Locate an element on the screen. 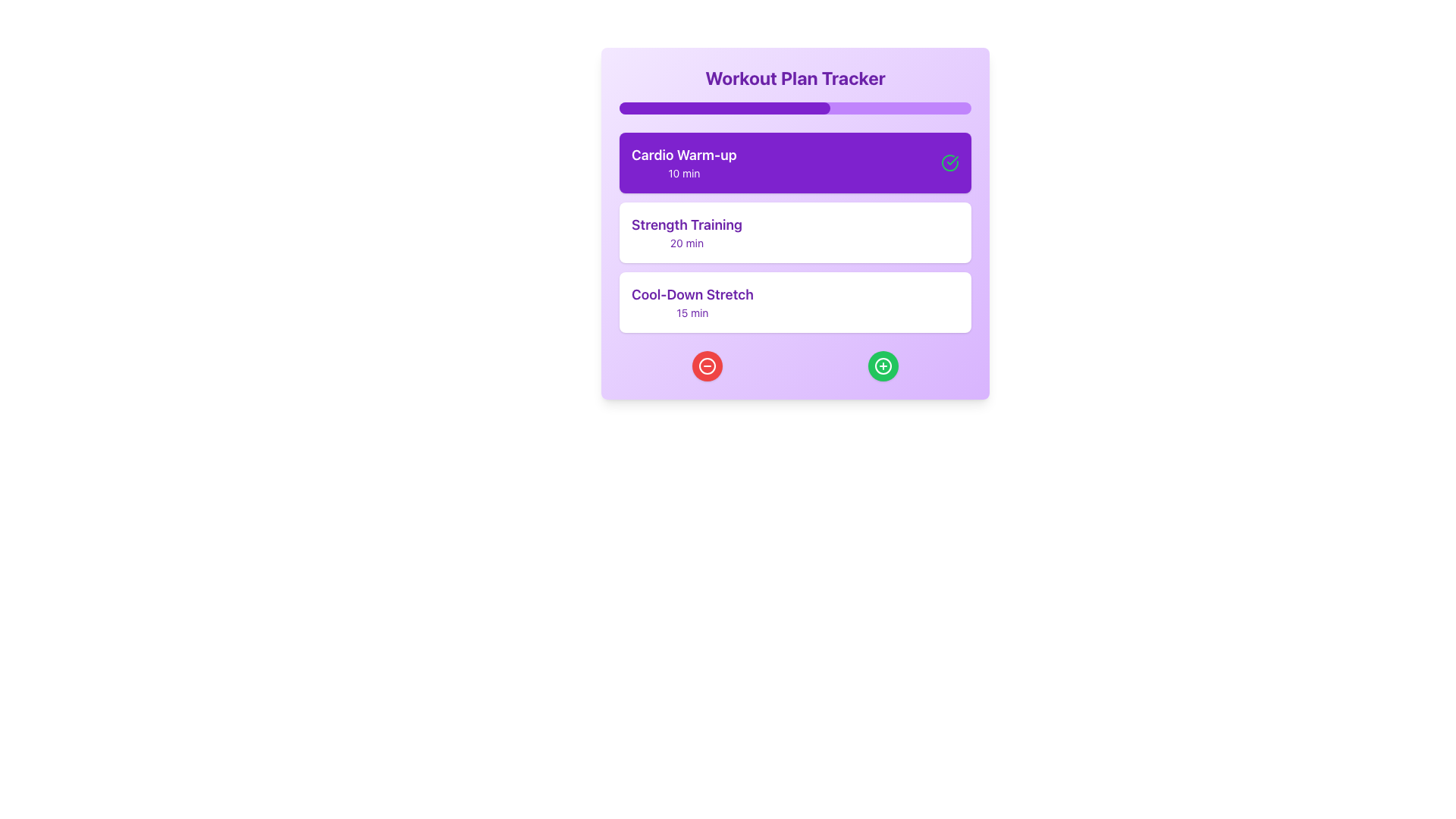 The height and width of the screenshot is (819, 1456). the text label that displays the duration of the 'Strength Training' activity, which is located directly below the 'Strength Training' label in the workout list is located at coordinates (686, 242).